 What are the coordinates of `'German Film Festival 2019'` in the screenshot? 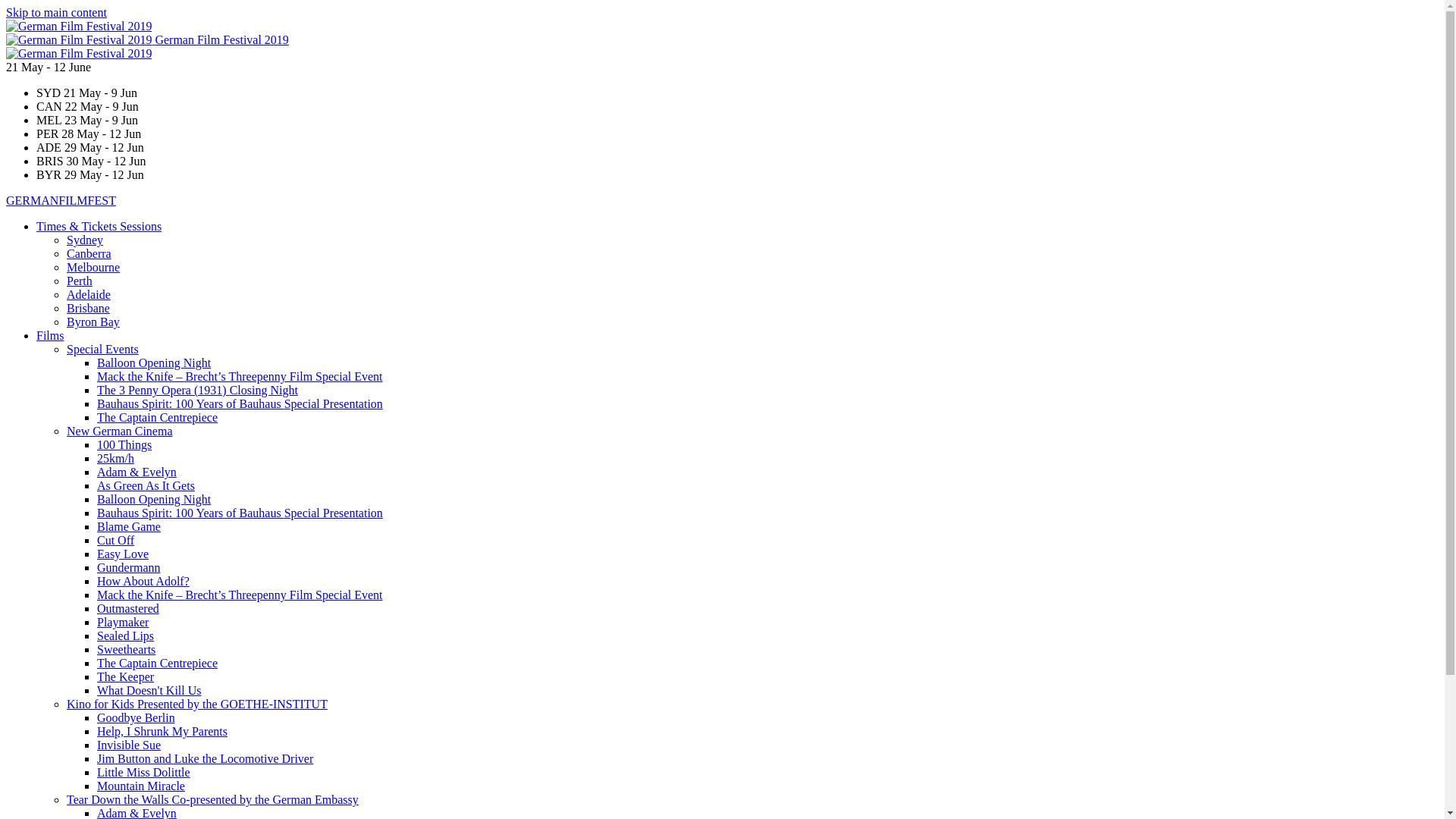 It's located at (79, 39).